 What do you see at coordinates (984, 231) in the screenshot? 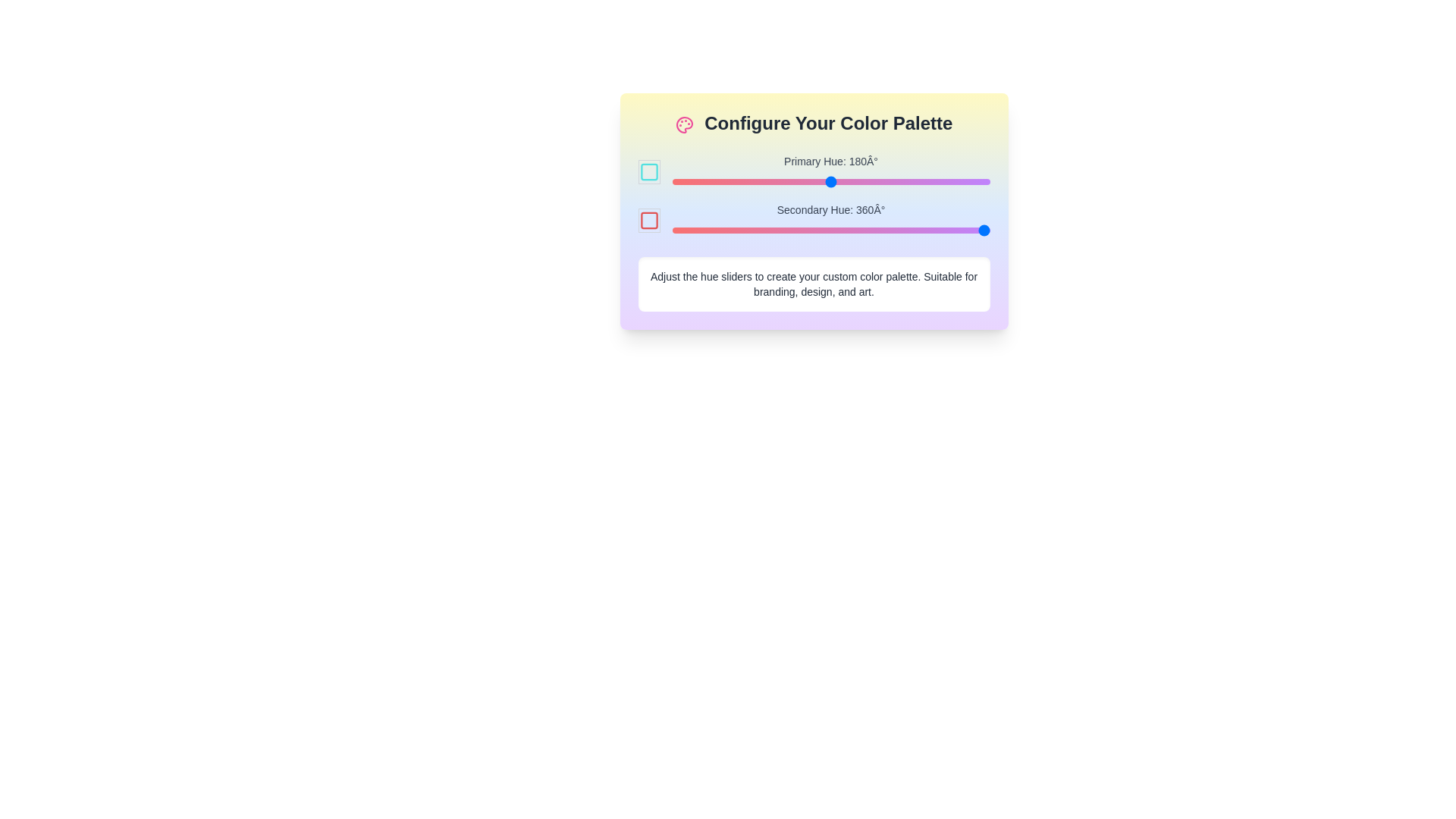
I see `the secondary hue slider to 353°` at bounding box center [984, 231].